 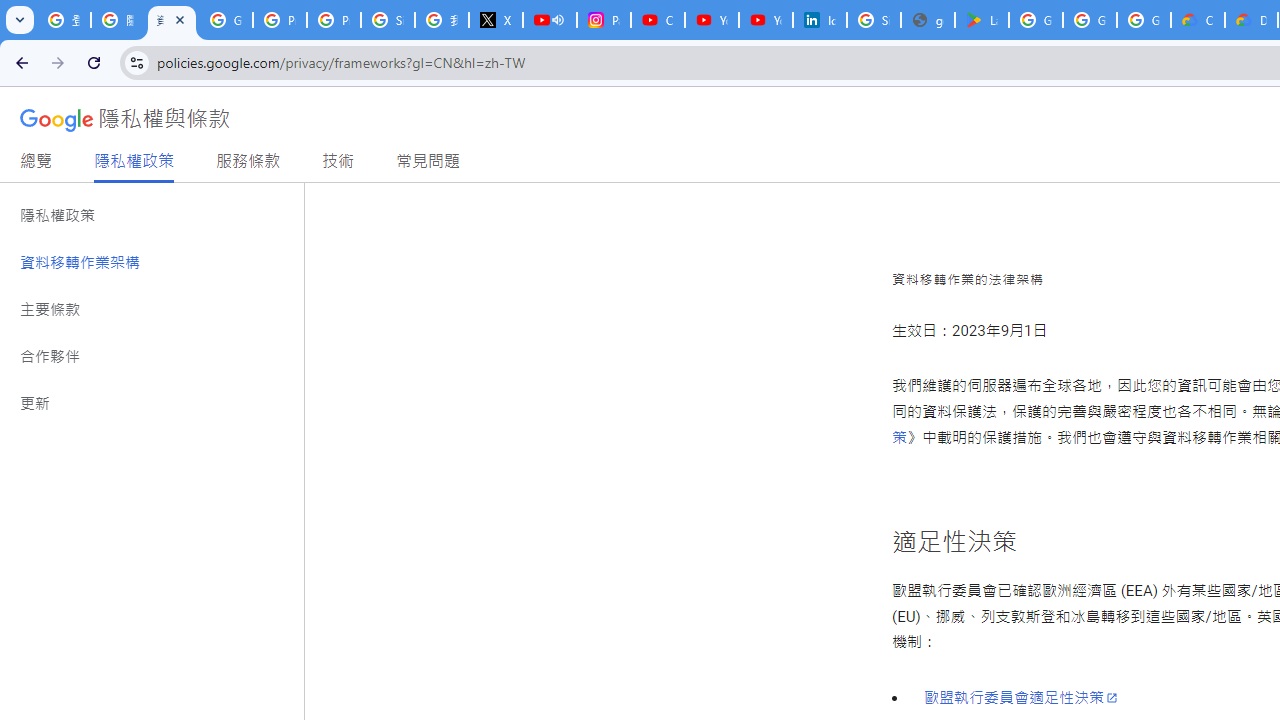 I want to click on 'Last Shelter: Survival - Apps on Google Play', so click(x=981, y=20).